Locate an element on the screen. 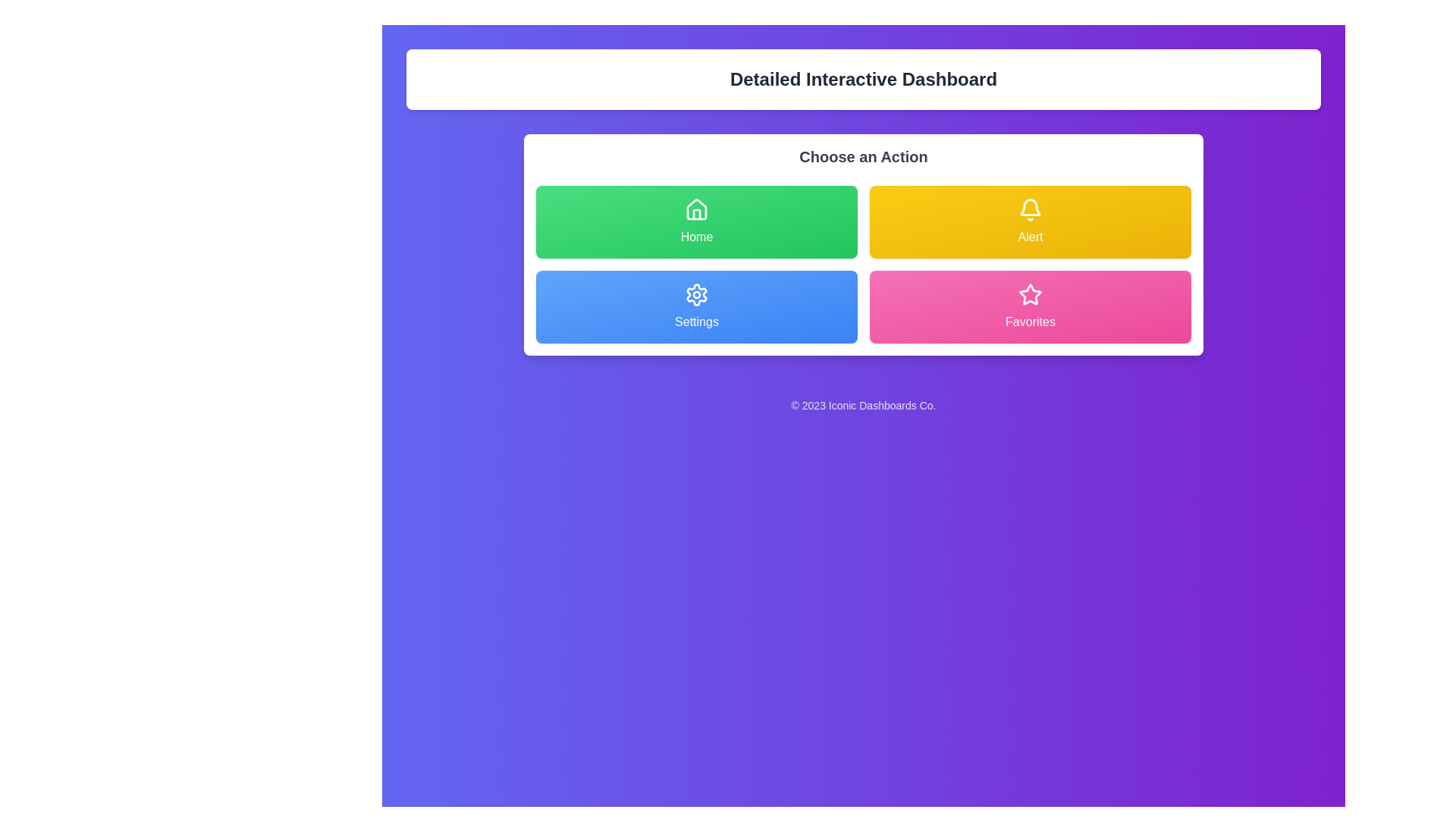 The height and width of the screenshot is (819, 1456). the 'Home' button with a gradient green background and white text to trigger the shadow animation is located at coordinates (695, 222).